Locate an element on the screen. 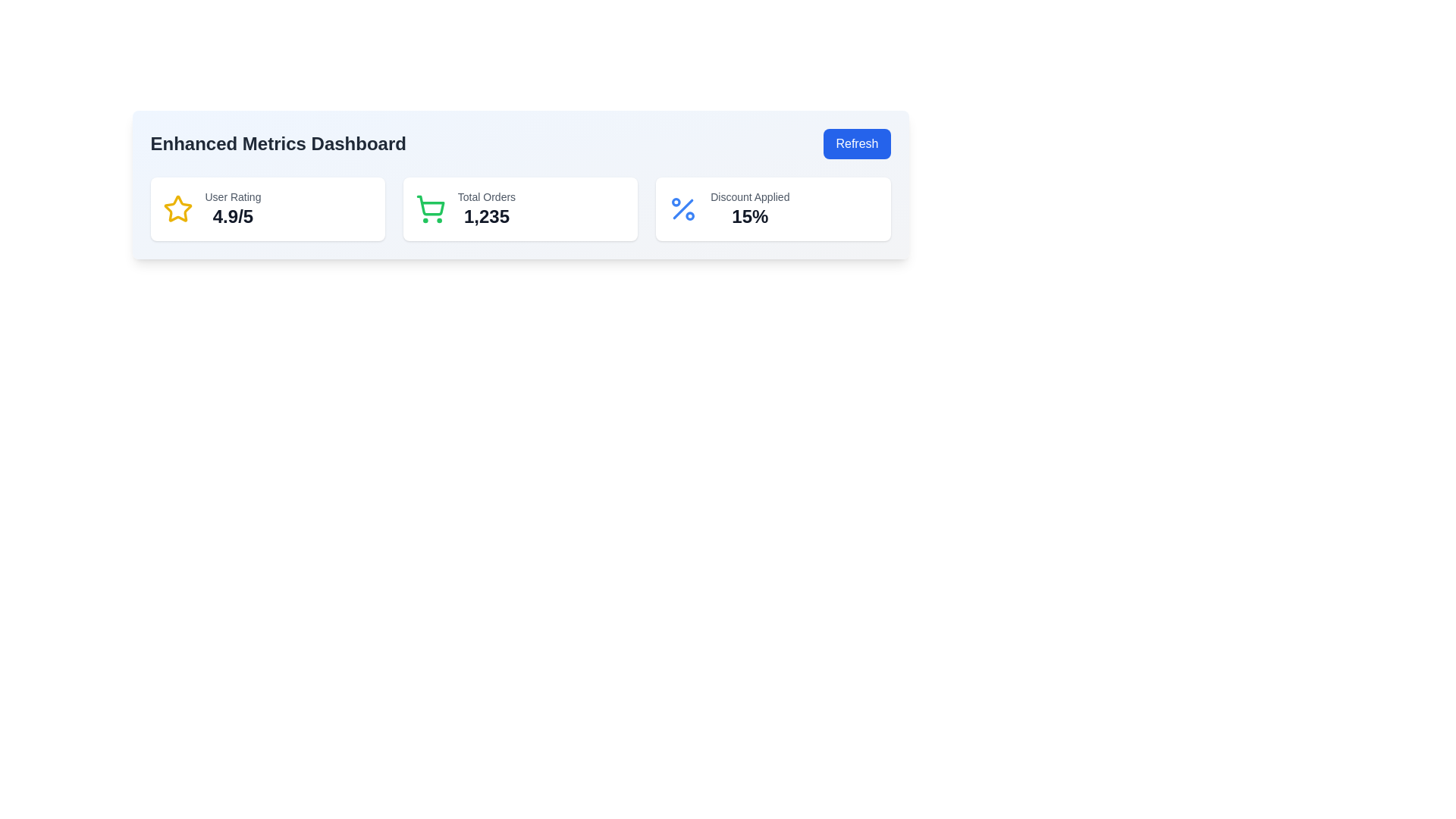  the Static Text Label displaying 'User Rating' which is located at the top-left area within a widget box, directly above the score '4.9/5' is located at coordinates (232, 196).